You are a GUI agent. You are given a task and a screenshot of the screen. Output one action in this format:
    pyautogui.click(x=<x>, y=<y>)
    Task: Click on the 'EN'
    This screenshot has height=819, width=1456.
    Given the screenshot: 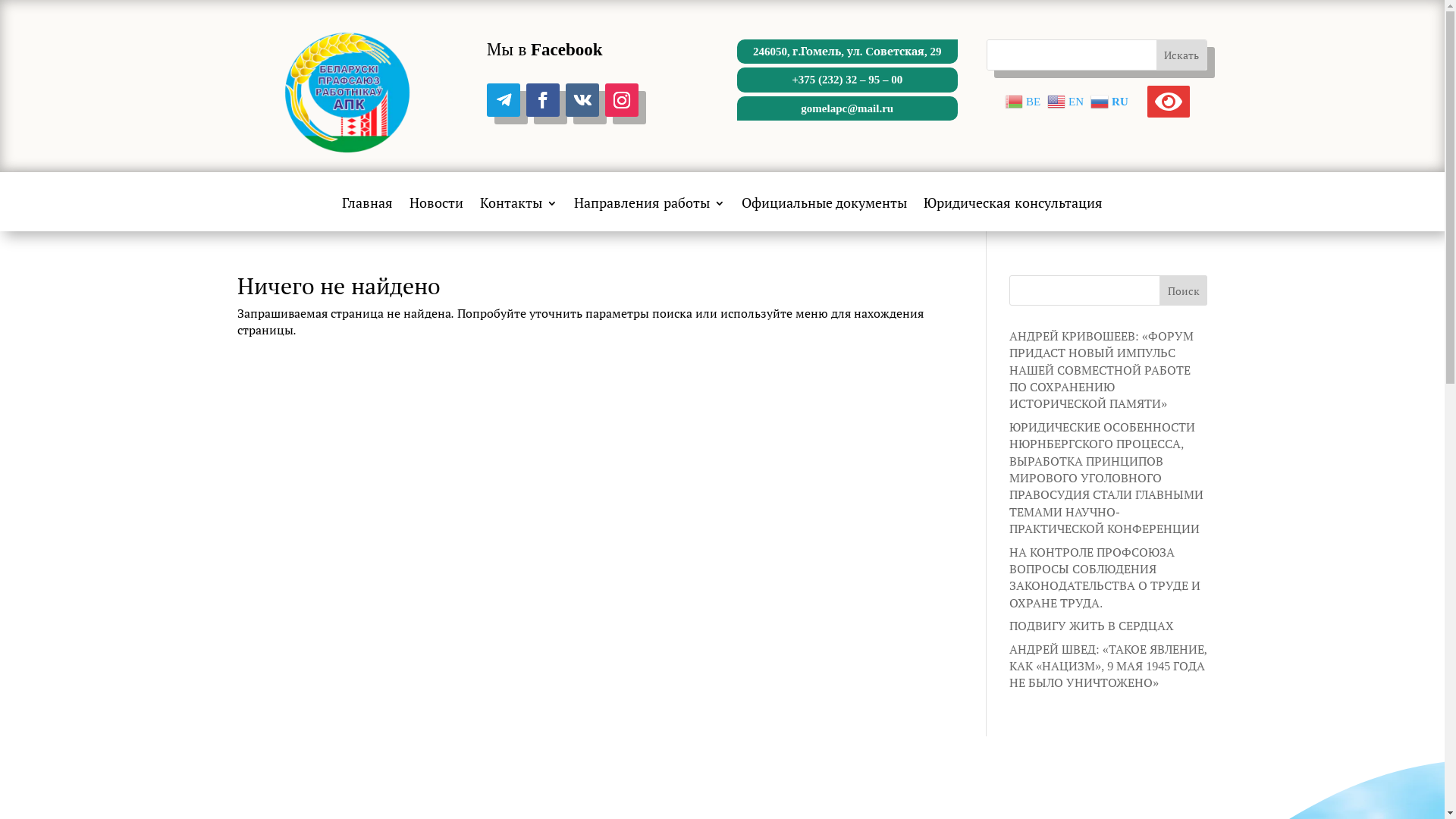 What is the action you would take?
    pyautogui.click(x=1066, y=100)
    